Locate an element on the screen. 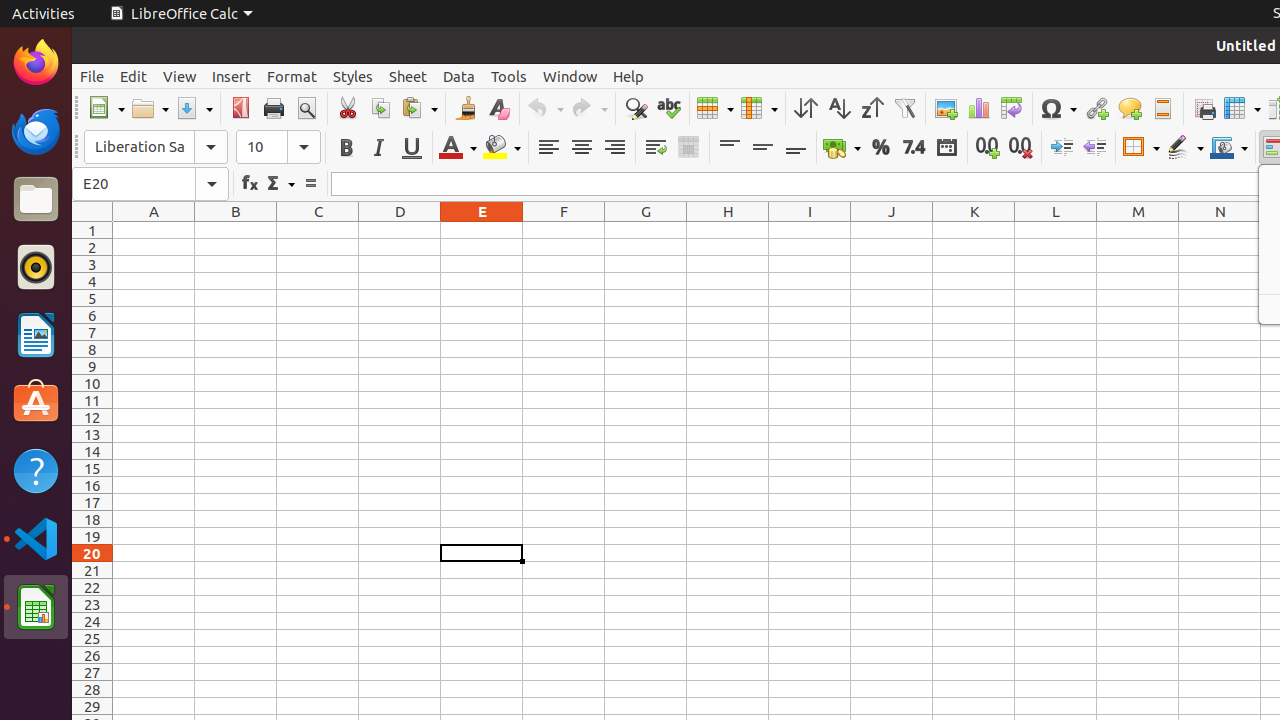 Image resolution: width=1280 pixels, height=720 pixels. 'Thunderbird Mail' is located at coordinates (35, 130).